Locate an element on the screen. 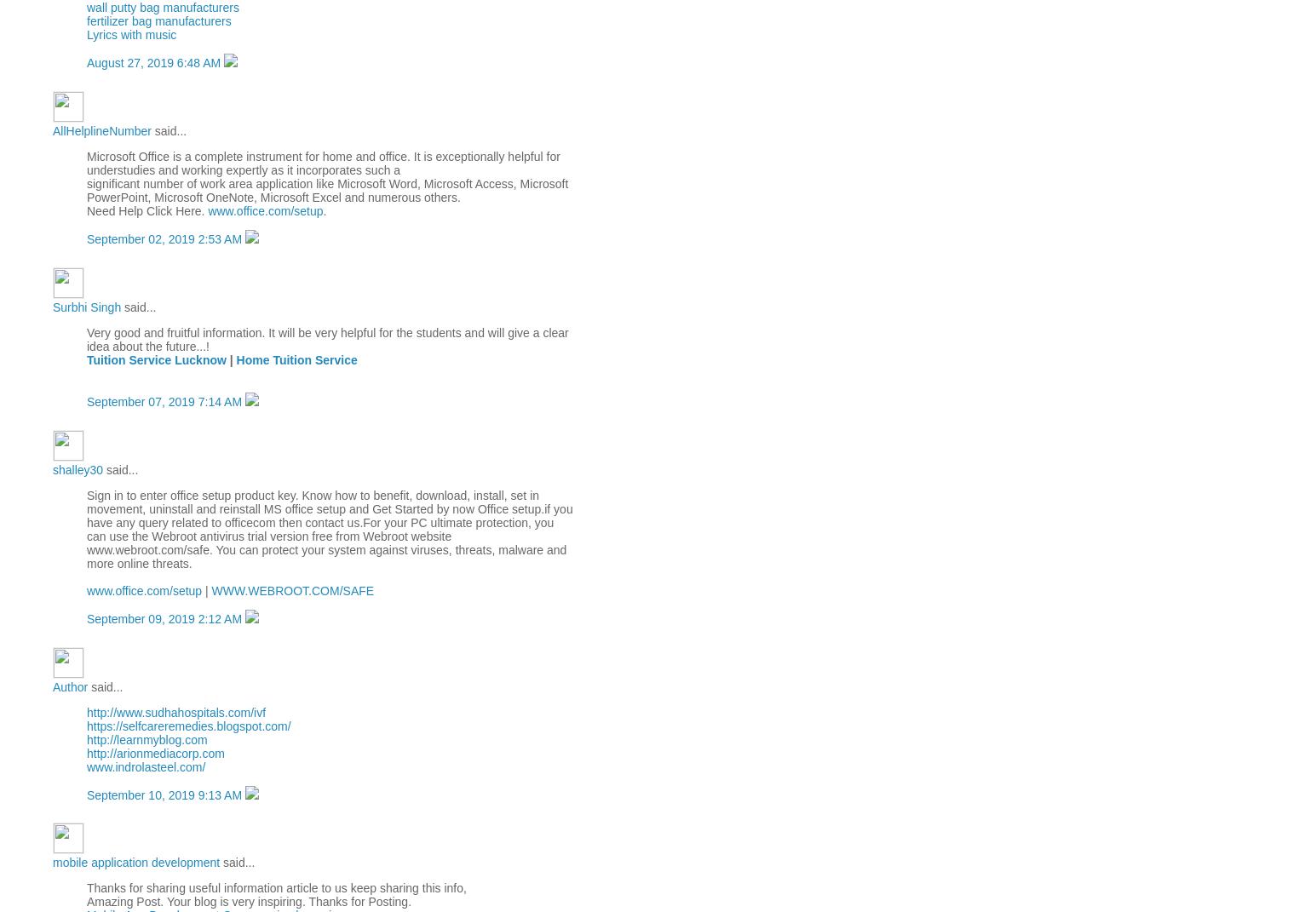 Image resolution: width=1316 pixels, height=912 pixels. 'Microsoft Office is a complete instrument for home and office. It is exceptionally helpful for understudies and working expertly as it incorporates such a' is located at coordinates (322, 163).